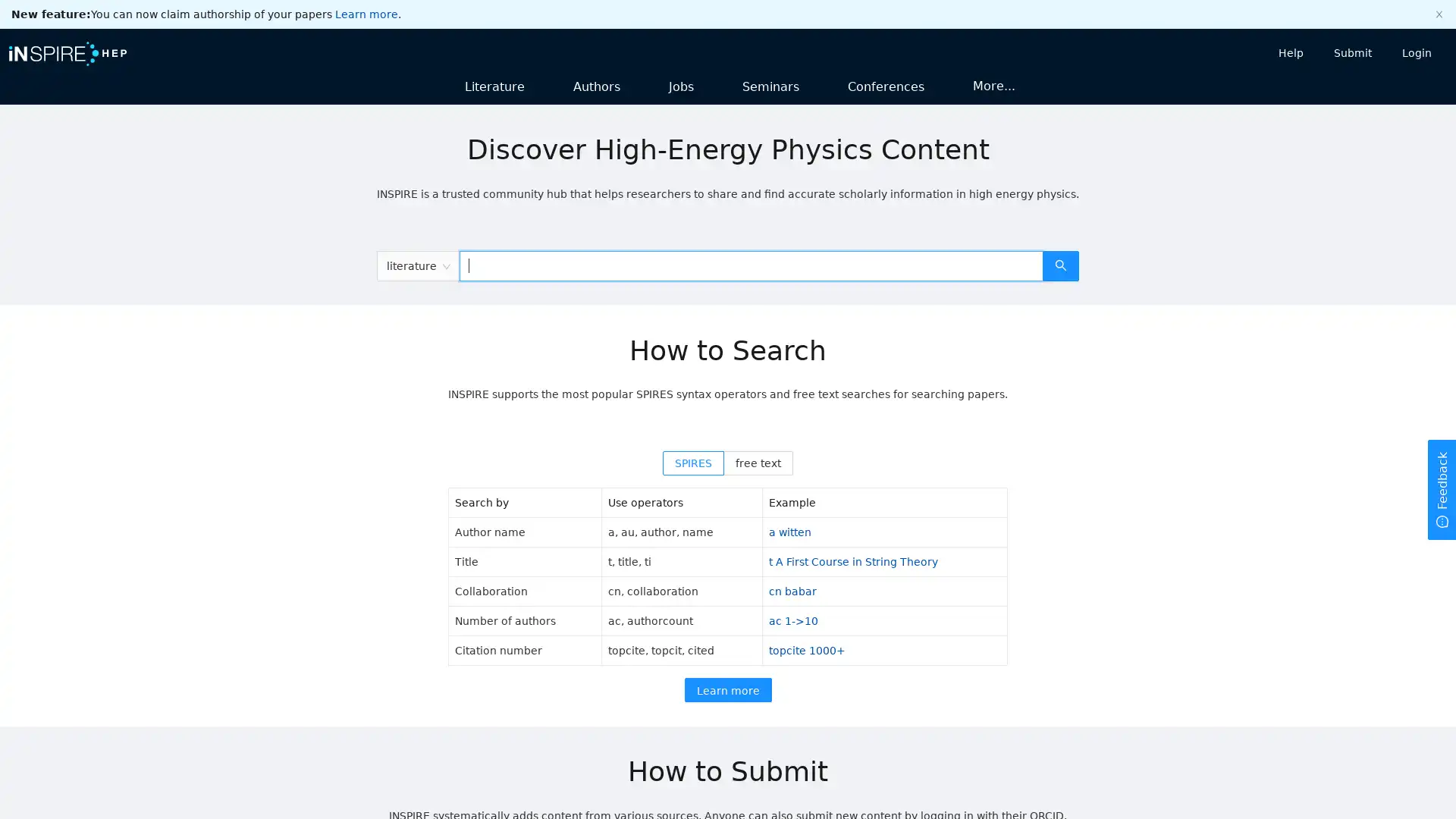 The height and width of the screenshot is (819, 1456). I want to click on close, so click(1438, 14).